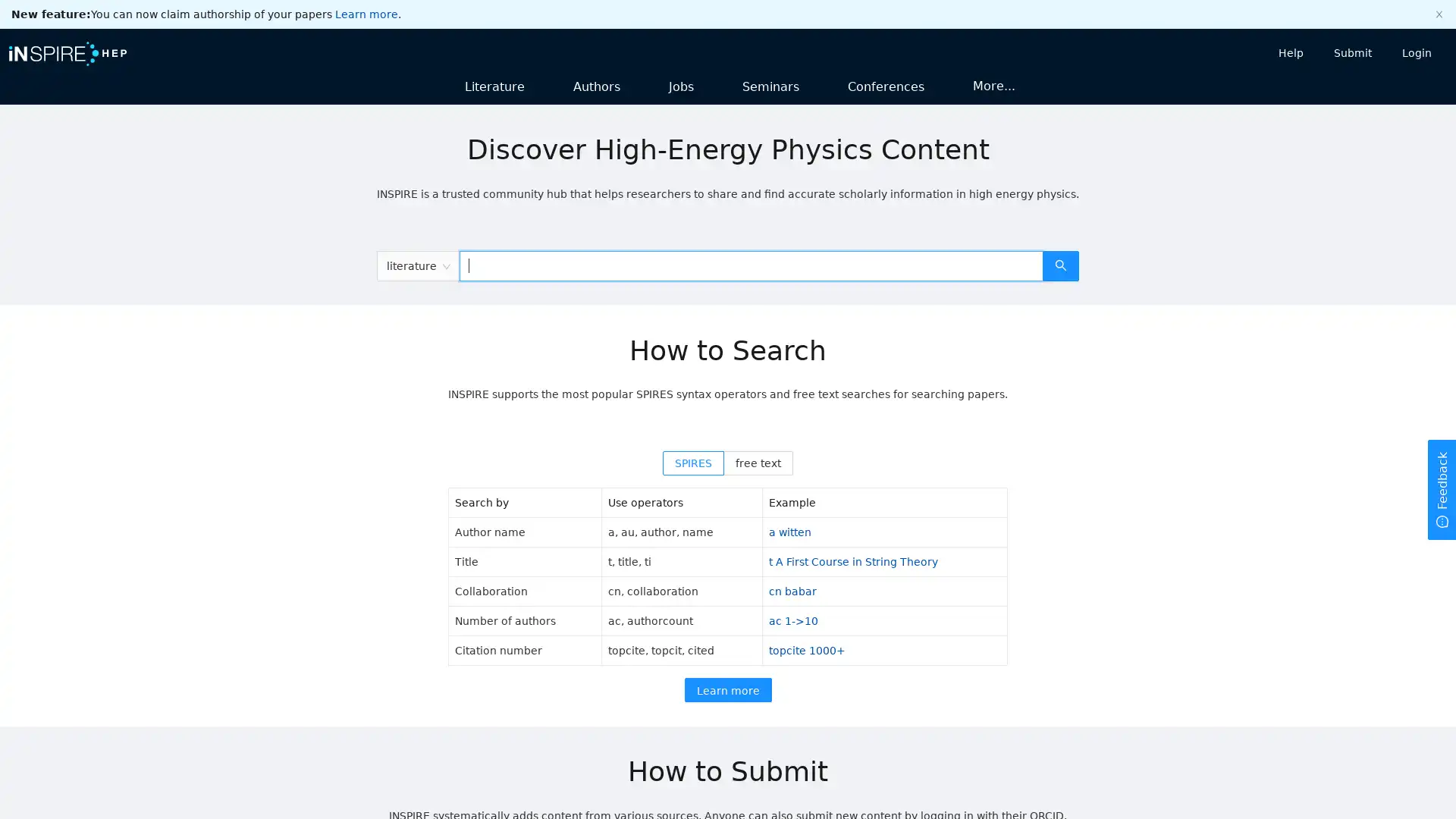 The height and width of the screenshot is (819, 1456). I want to click on close, so click(1438, 14).